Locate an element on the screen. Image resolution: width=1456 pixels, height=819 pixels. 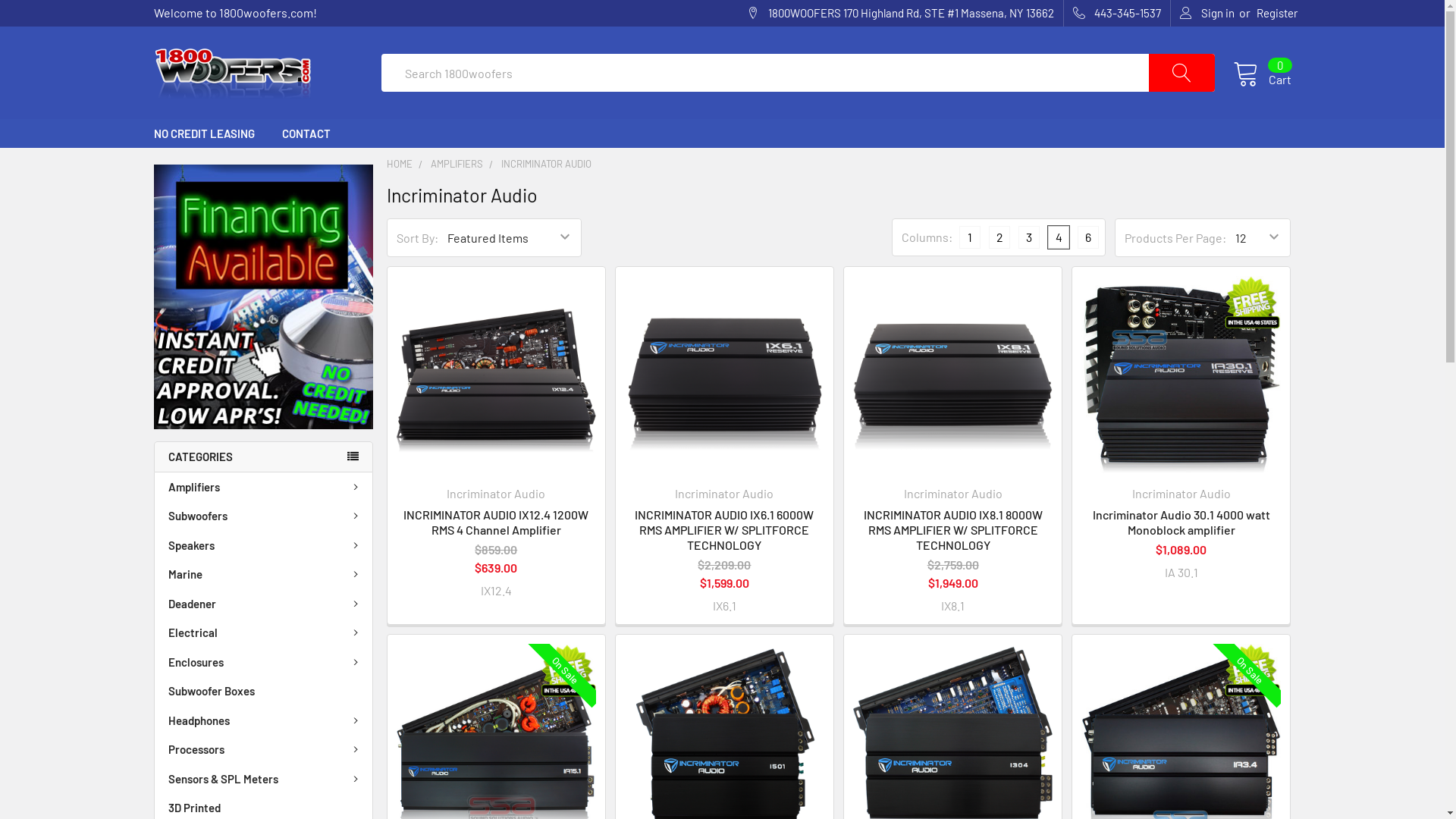
'Incriminator Audio 30.1 4000 watt Monoblock amplifier' is located at coordinates (1181, 521).